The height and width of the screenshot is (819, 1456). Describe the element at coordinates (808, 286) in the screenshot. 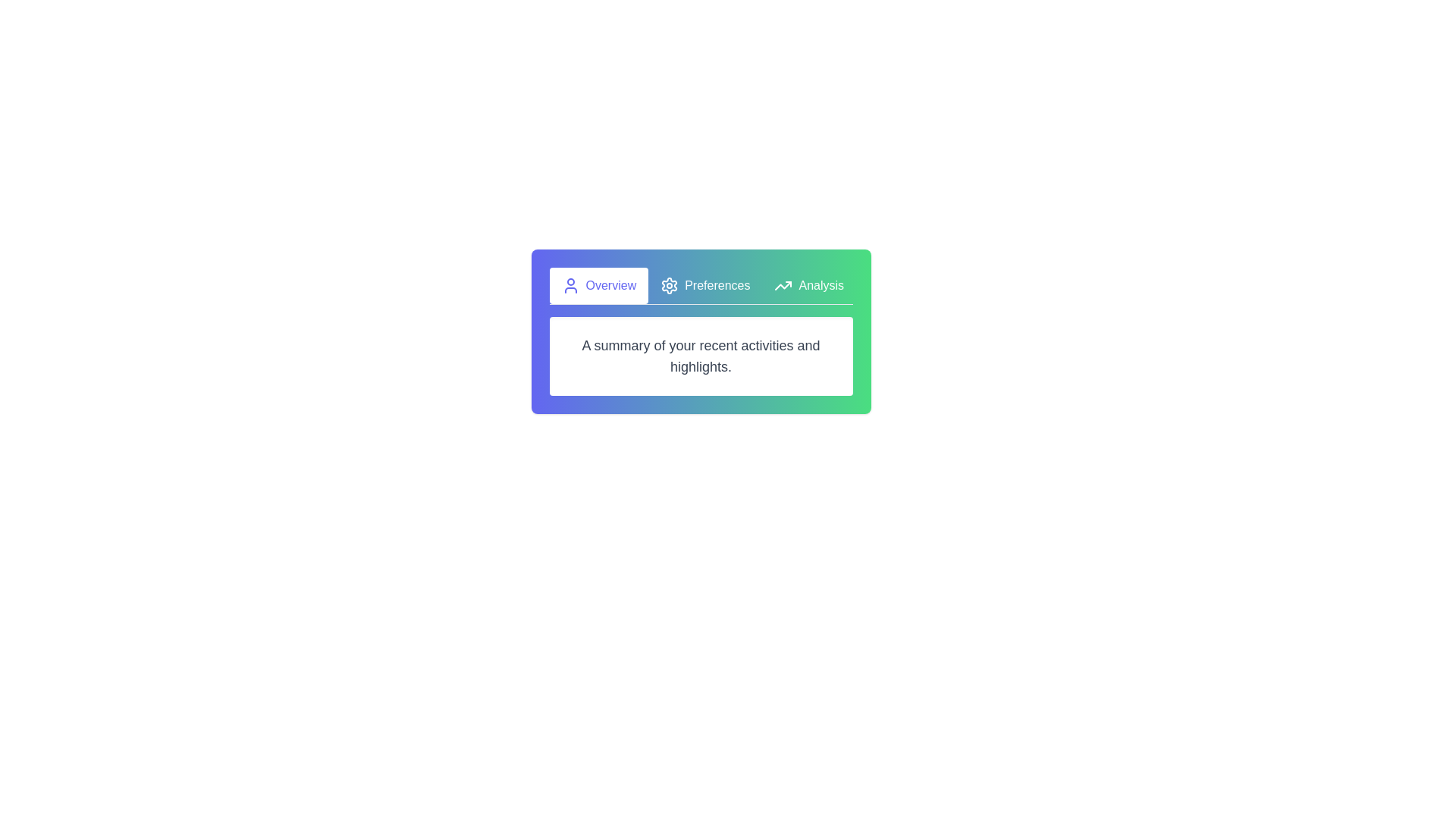

I see `the tab labeled Analysis to observe the visual feedback` at that location.